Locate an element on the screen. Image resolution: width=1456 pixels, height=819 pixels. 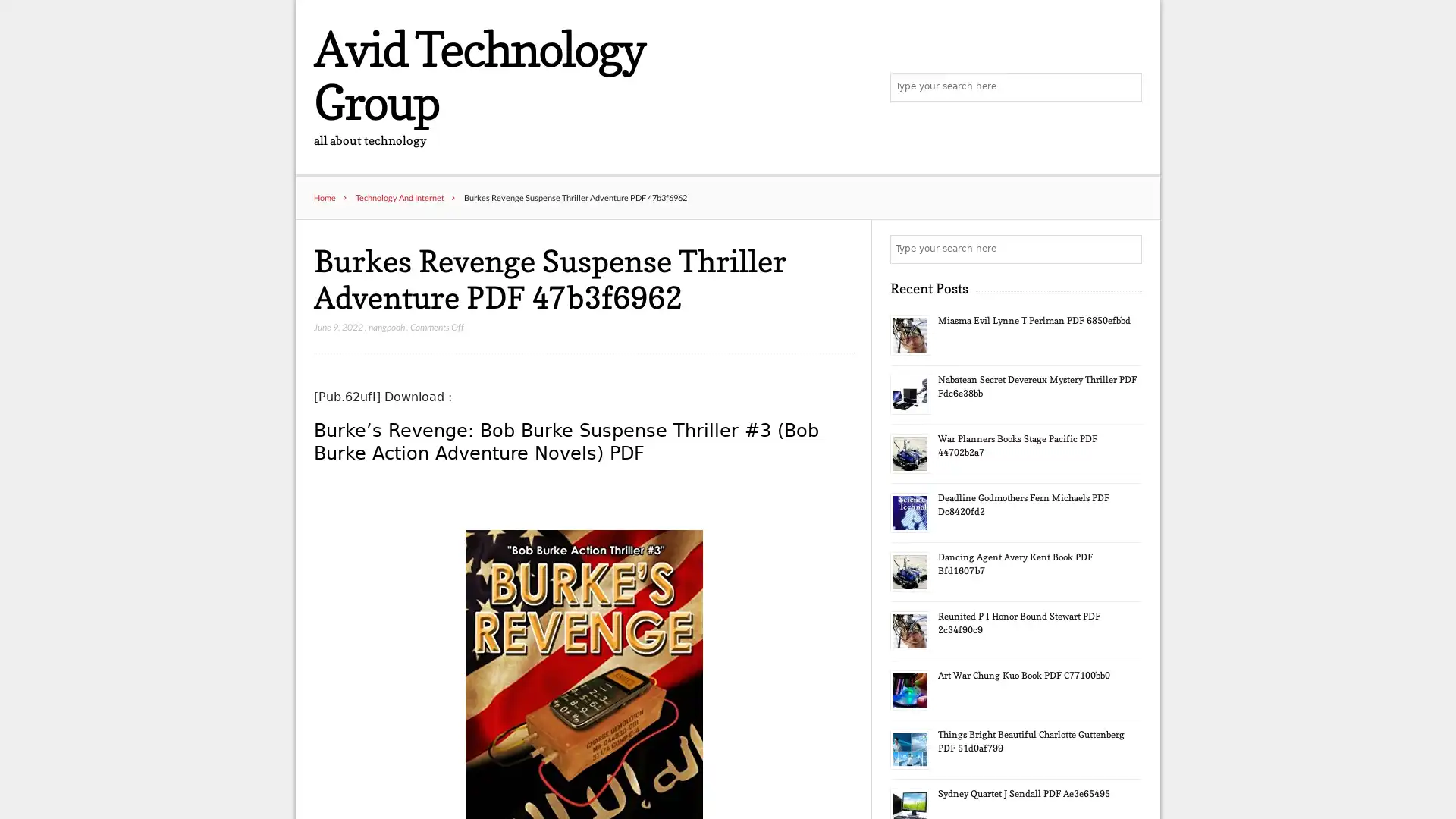
Search is located at coordinates (1126, 249).